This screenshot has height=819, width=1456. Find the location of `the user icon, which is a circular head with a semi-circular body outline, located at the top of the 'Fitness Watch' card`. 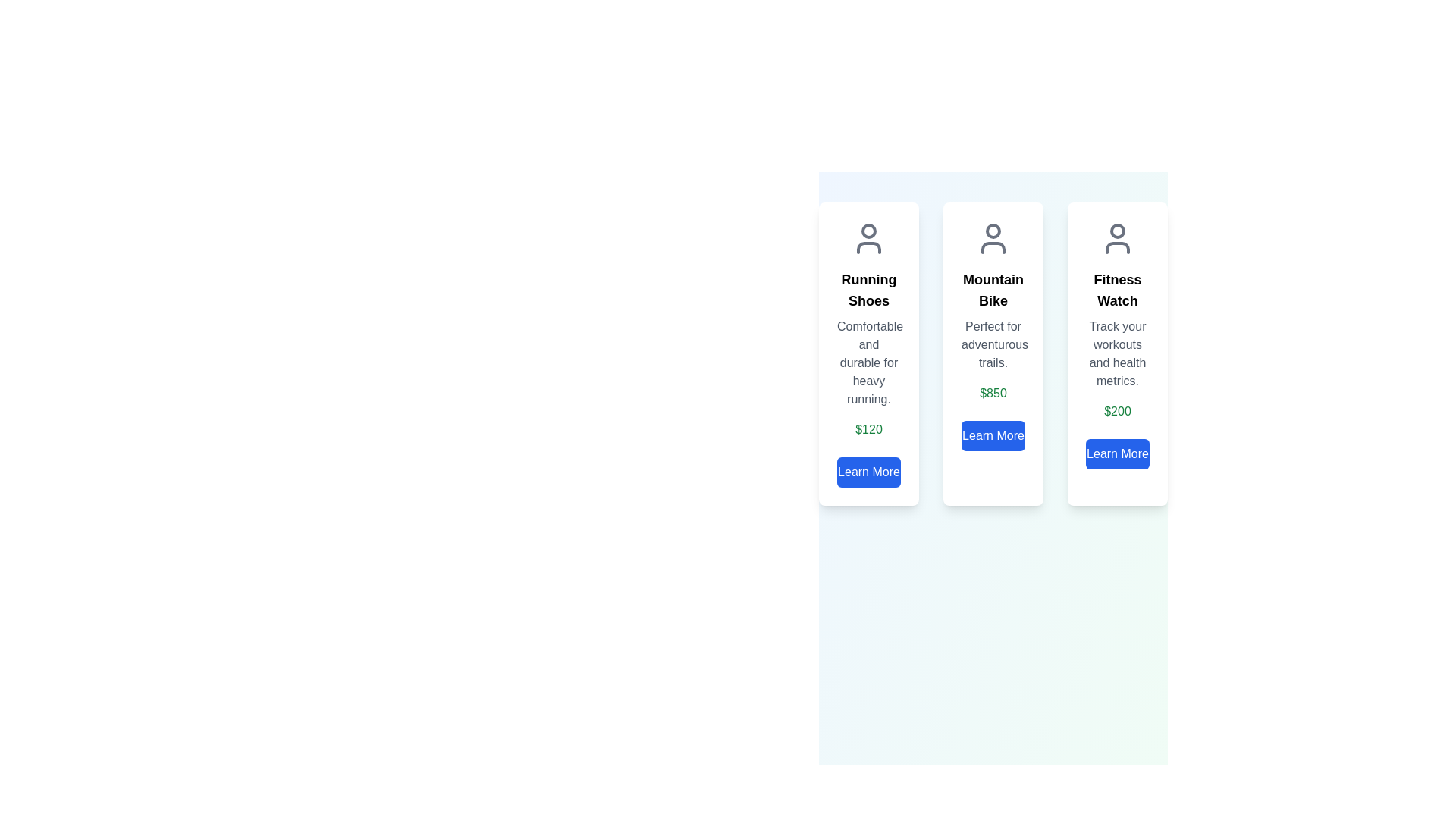

the user icon, which is a circular head with a semi-circular body outline, located at the top of the 'Fitness Watch' card is located at coordinates (1117, 239).